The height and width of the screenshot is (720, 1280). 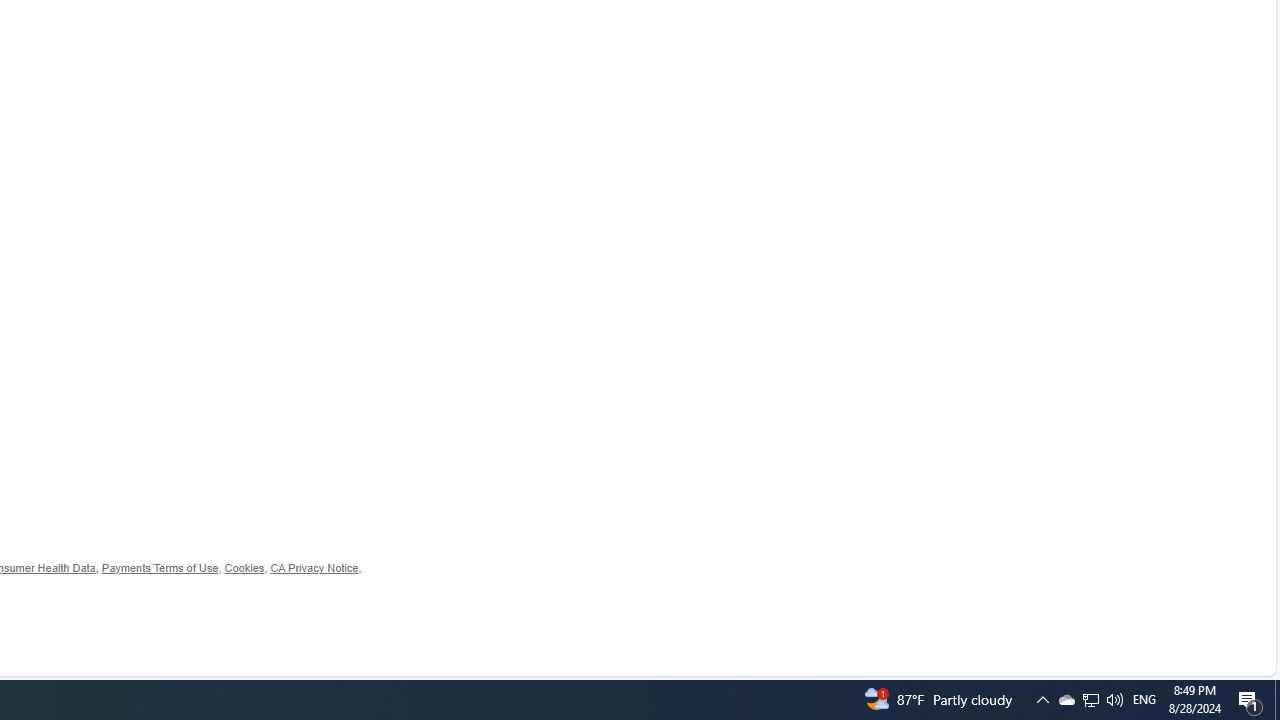 What do you see at coordinates (160, 568) in the screenshot?
I see `'Payments Terms of Use'` at bounding box center [160, 568].